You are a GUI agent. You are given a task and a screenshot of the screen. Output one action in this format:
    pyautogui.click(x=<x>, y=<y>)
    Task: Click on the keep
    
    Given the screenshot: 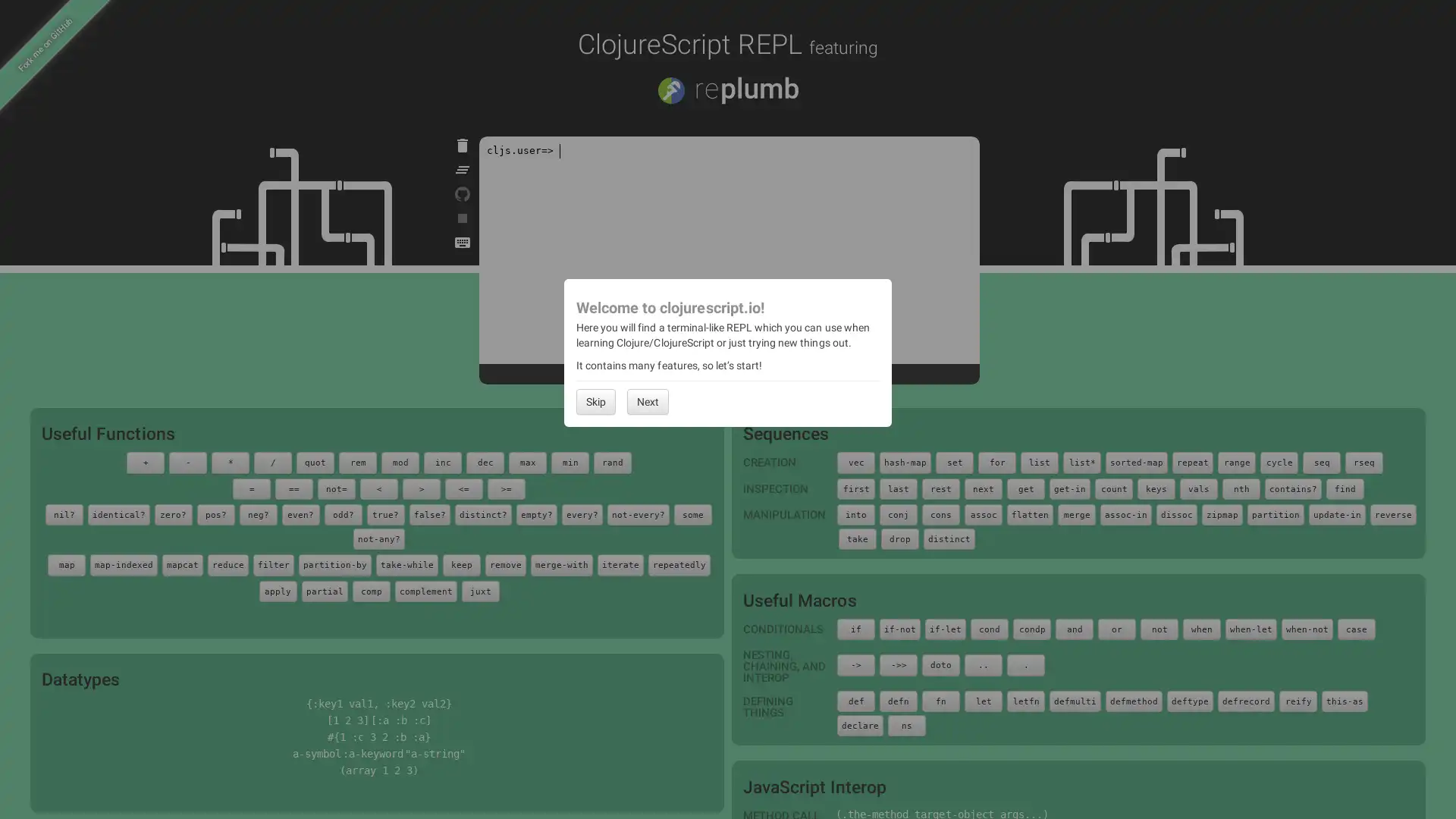 What is the action you would take?
    pyautogui.click(x=461, y=564)
    